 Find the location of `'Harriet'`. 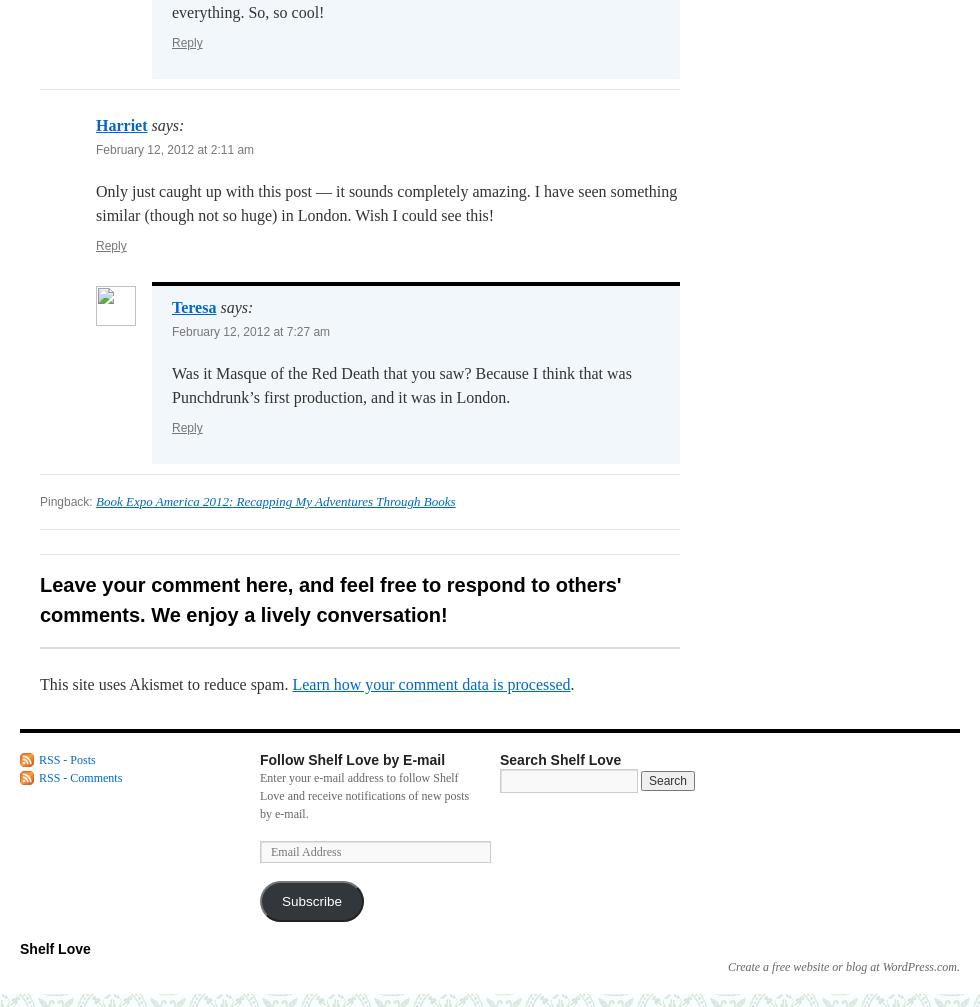

'Harriet' is located at coordinates (121, 125).